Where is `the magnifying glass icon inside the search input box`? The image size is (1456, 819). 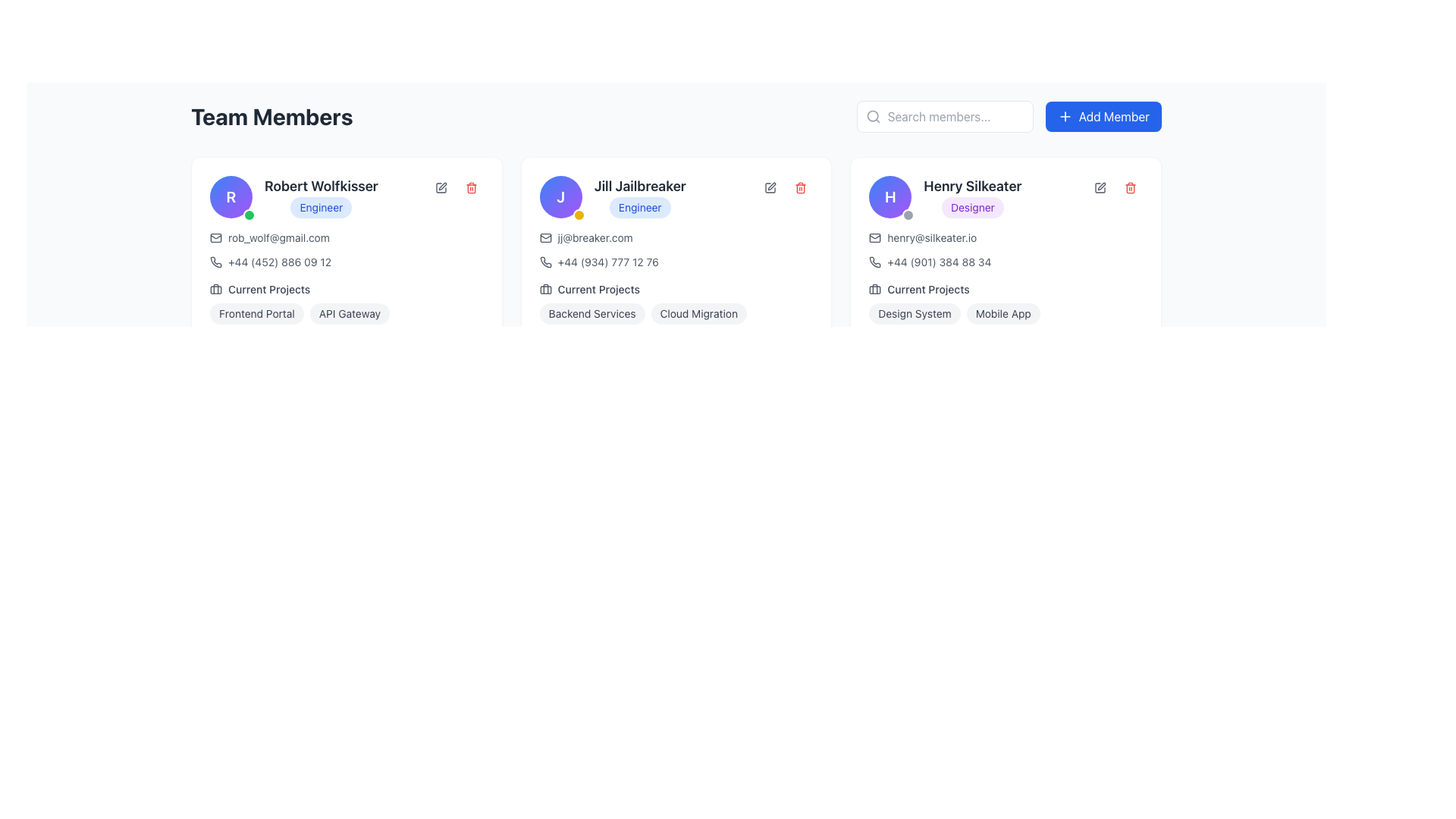
the magnifying glass icon inside the search input box is located at coordinates (873, 116).